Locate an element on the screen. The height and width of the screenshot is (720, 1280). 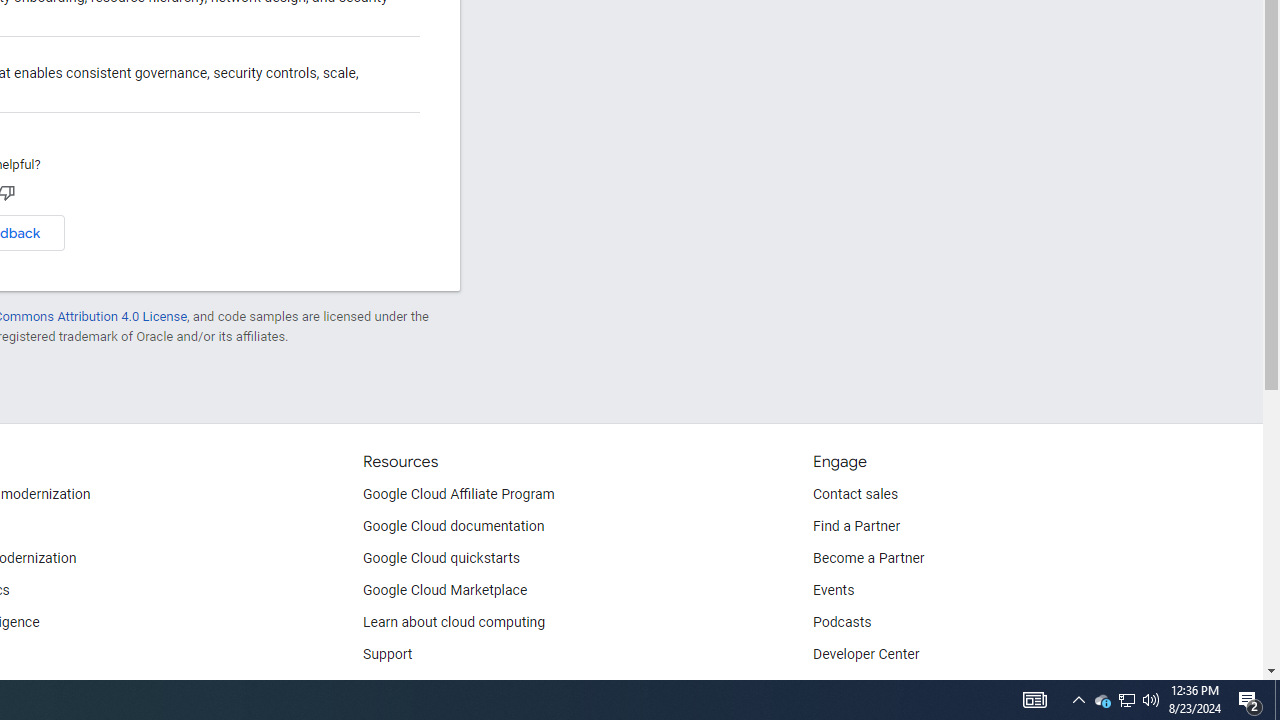
'Contact sales' is located at coordinates (855, 495).